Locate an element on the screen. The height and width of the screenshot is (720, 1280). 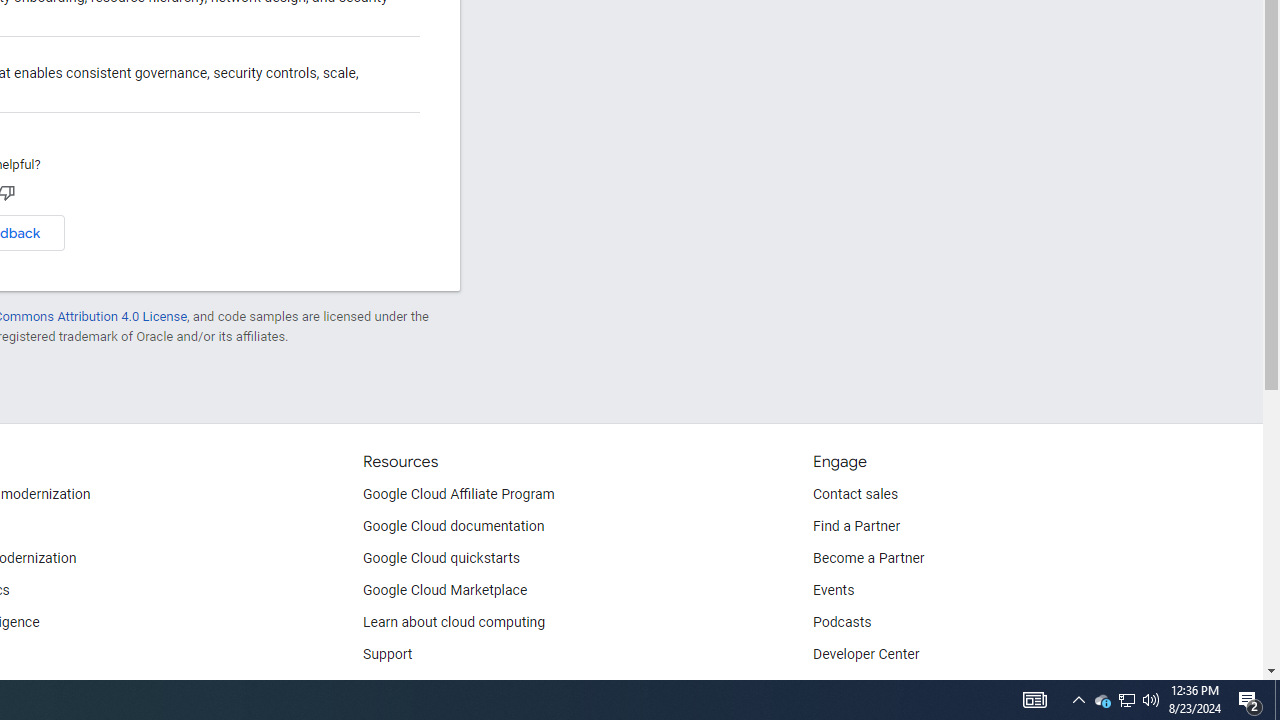
'Contact sales' is located at coordinates (855, 495).